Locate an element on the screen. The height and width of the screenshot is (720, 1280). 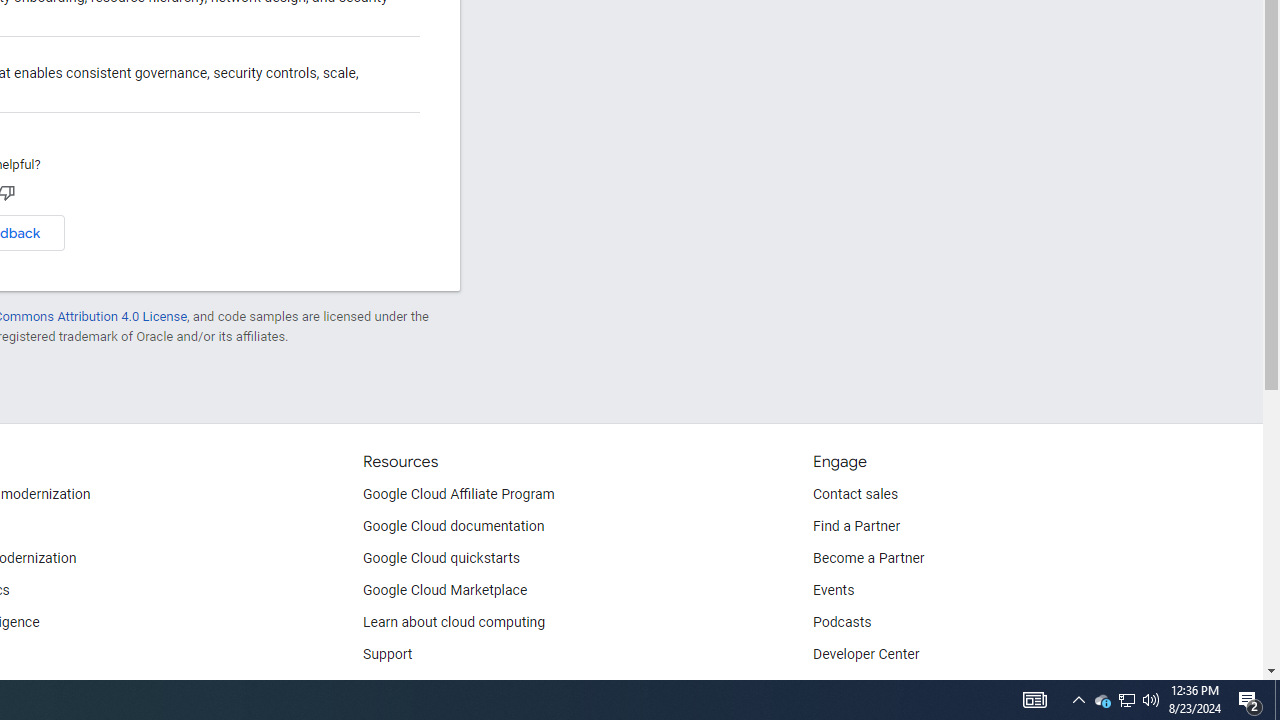
'Contact sales' is located at coordinates (855, 495).